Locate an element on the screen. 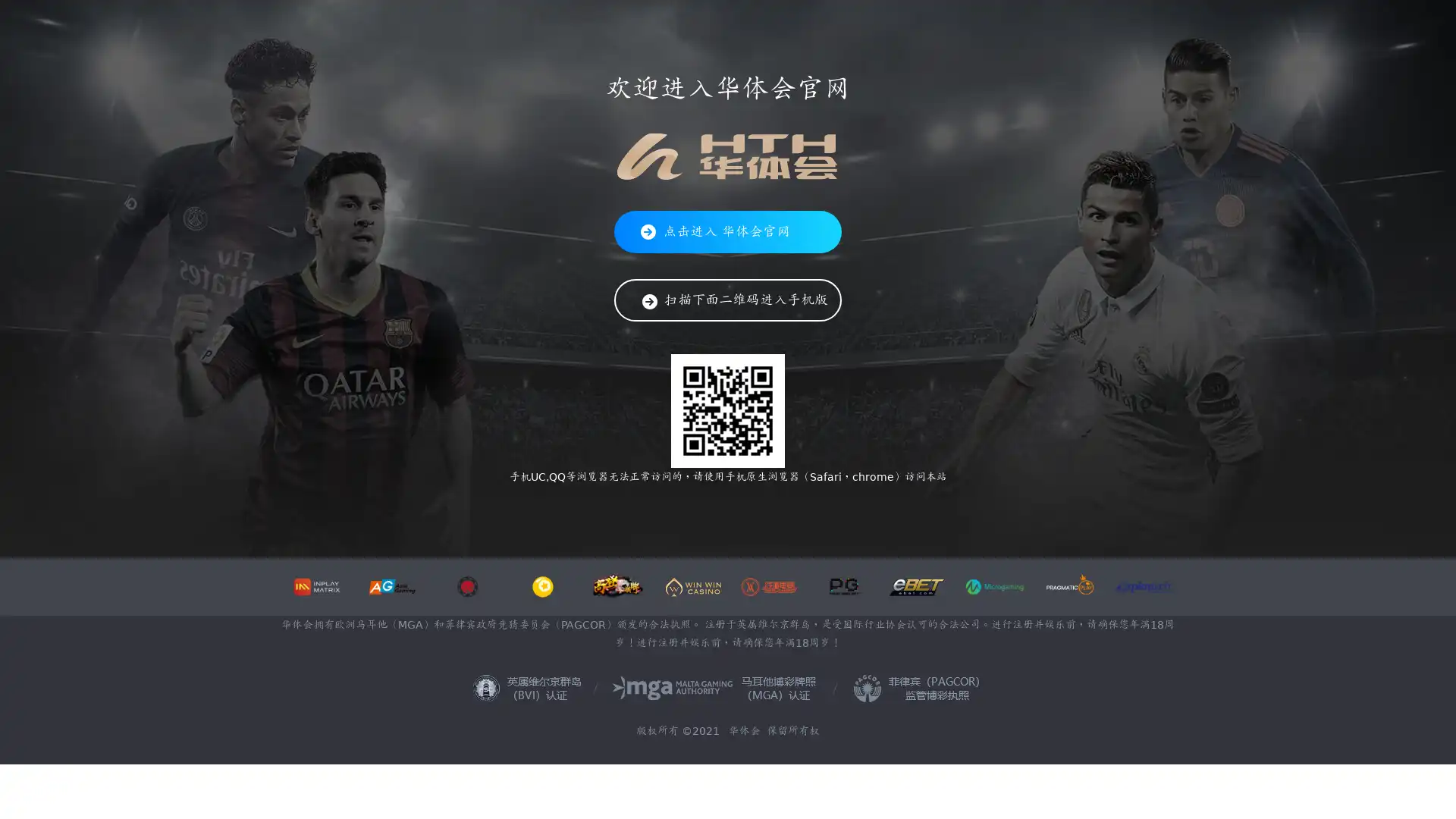 This screenshot has width=1456, height=819. 7 is located at coordinates (679, 505).